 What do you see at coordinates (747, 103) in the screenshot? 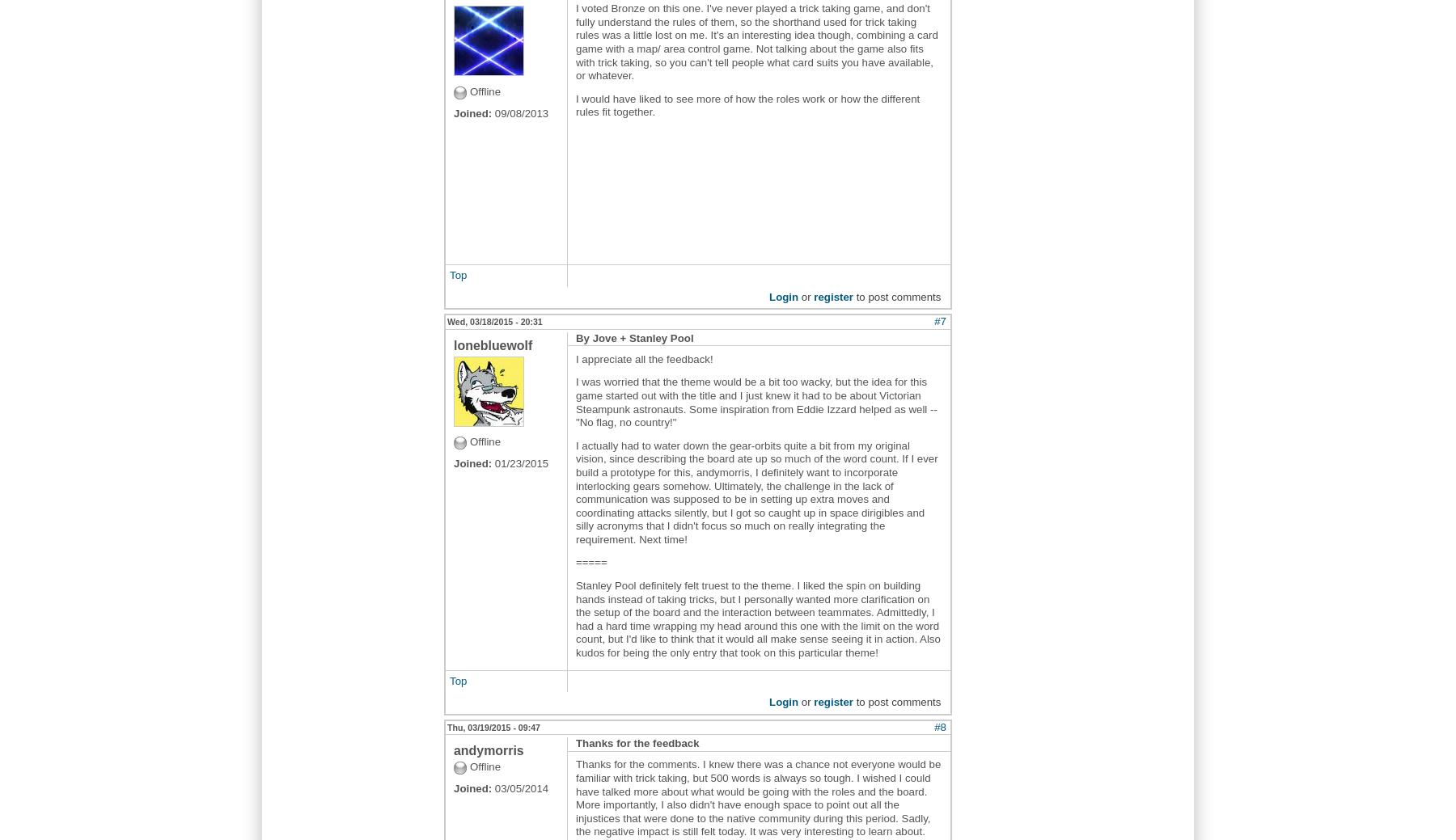
I see `'I would have liked to see more of how the roles work or how the different rules fit together.'` at bounding box center [747, 103].